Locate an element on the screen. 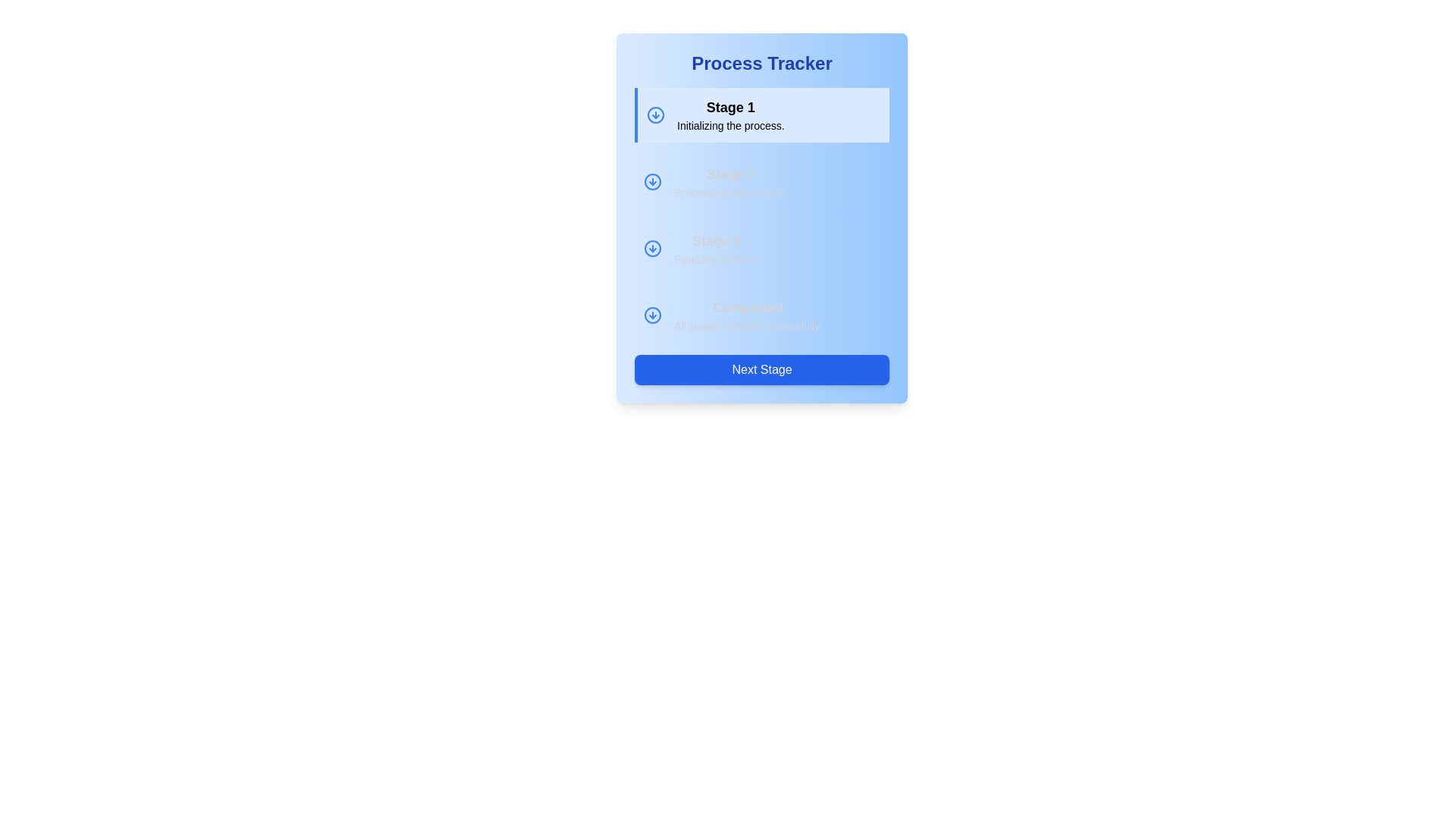 This screenshot has width=1456, height=819. the SVG circle indicating 'Stage 3' in the process tracker is located at coordinates (652, 247).